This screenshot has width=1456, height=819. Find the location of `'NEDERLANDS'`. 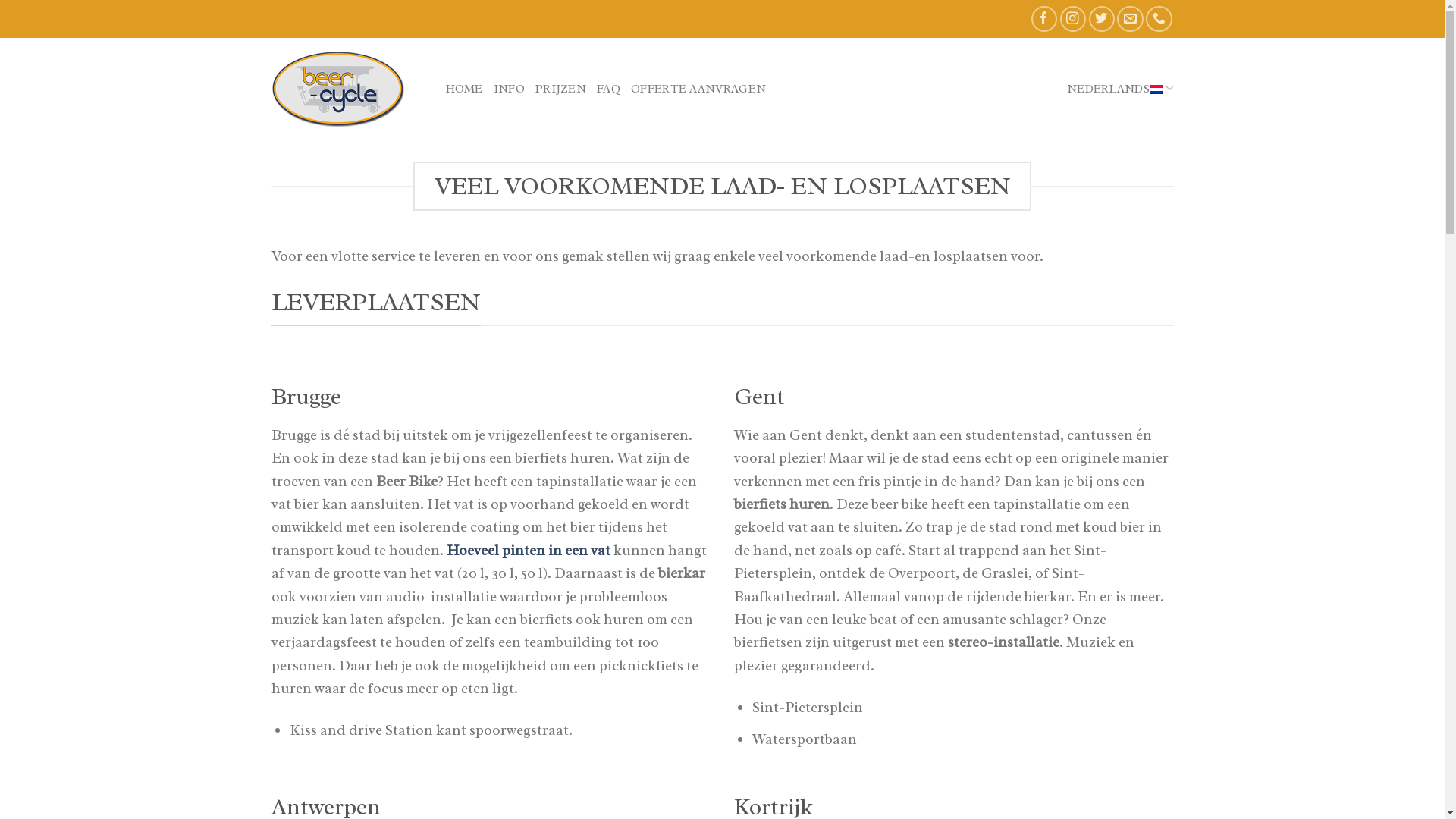

'NEDERLANDS' is located at coordinates (1120, 88).